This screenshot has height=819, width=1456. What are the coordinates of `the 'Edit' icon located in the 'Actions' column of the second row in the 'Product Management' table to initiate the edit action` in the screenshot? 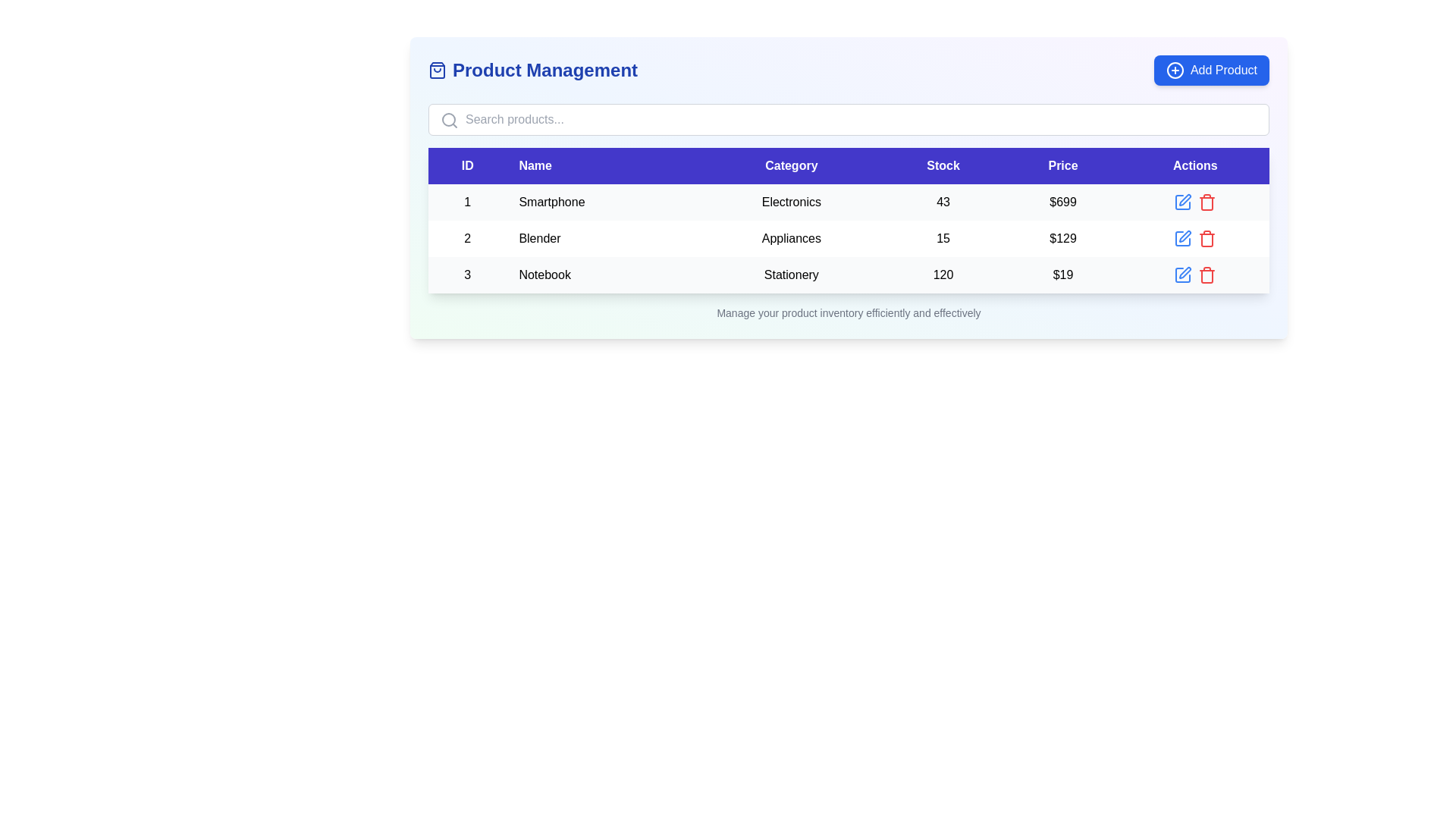 It's located at (1182, 239).